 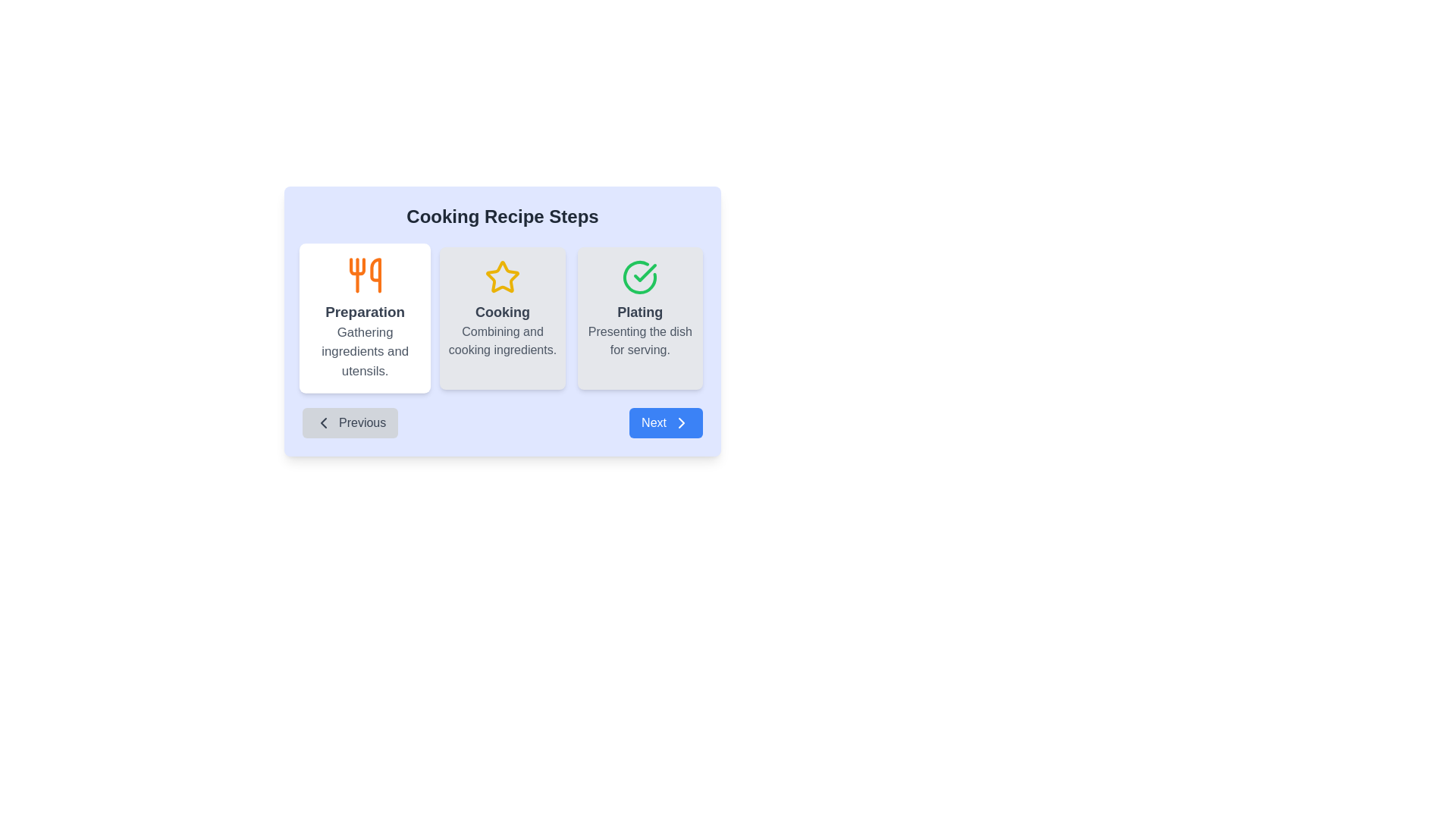 I want to click on the Informational card section that provides details about the 'Cooking' stage in the cooking recipe guide, so click(x=502, y=318).